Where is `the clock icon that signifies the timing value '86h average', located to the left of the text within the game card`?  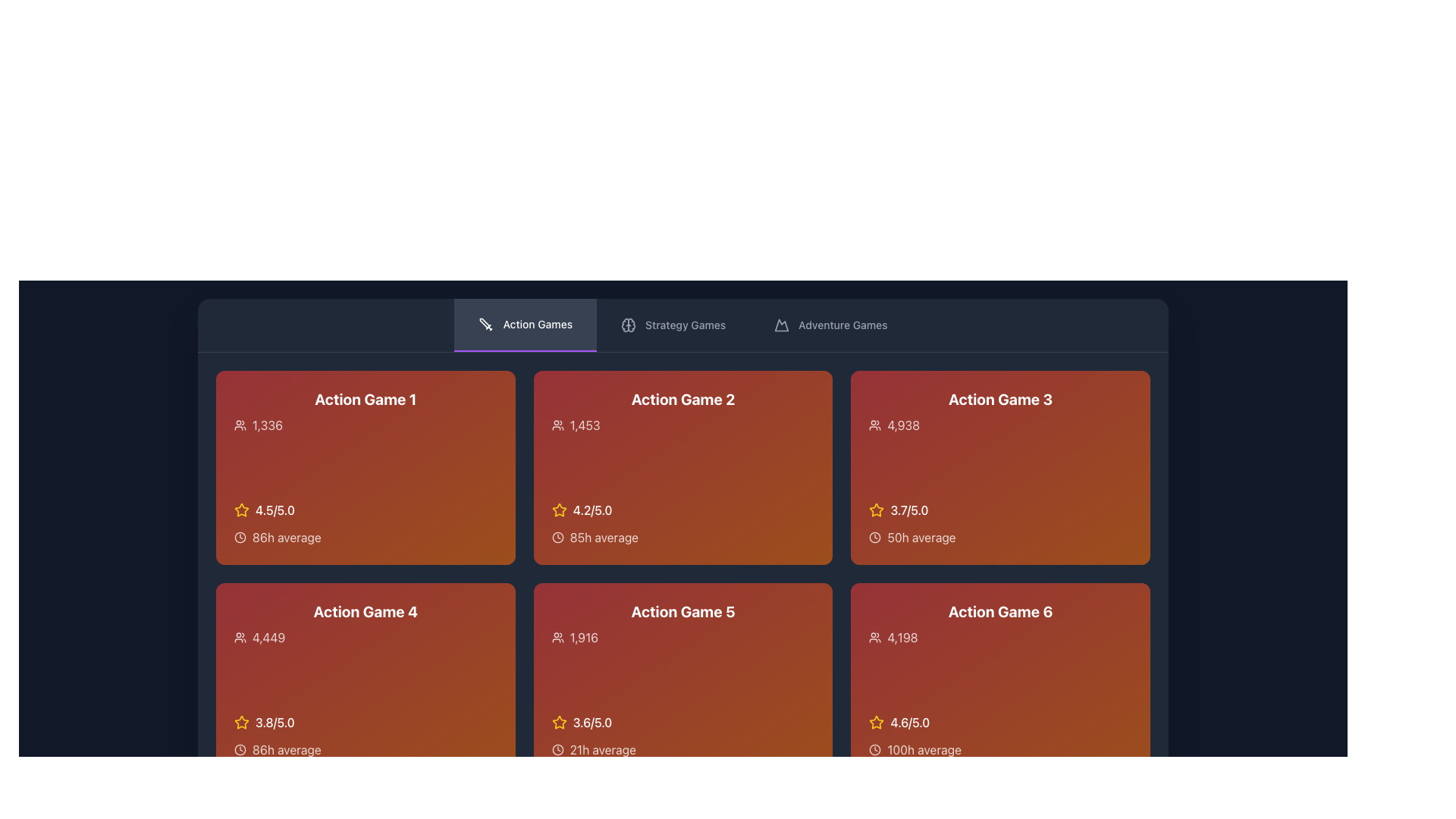
the clock icon that signifies the timing value '86h average', located to the left of the text within the game card is located at coordinates (239, 748).